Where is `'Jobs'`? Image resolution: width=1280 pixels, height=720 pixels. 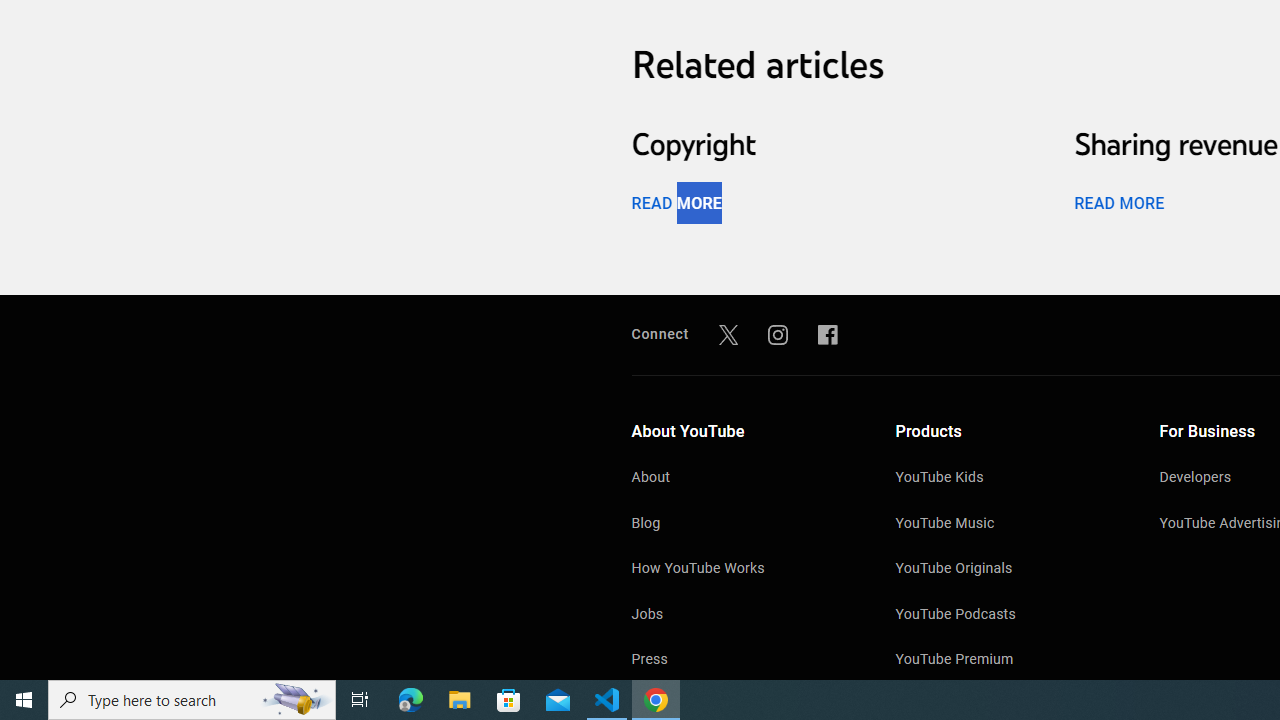 'Jobs' is located at coordinates (742, 615).